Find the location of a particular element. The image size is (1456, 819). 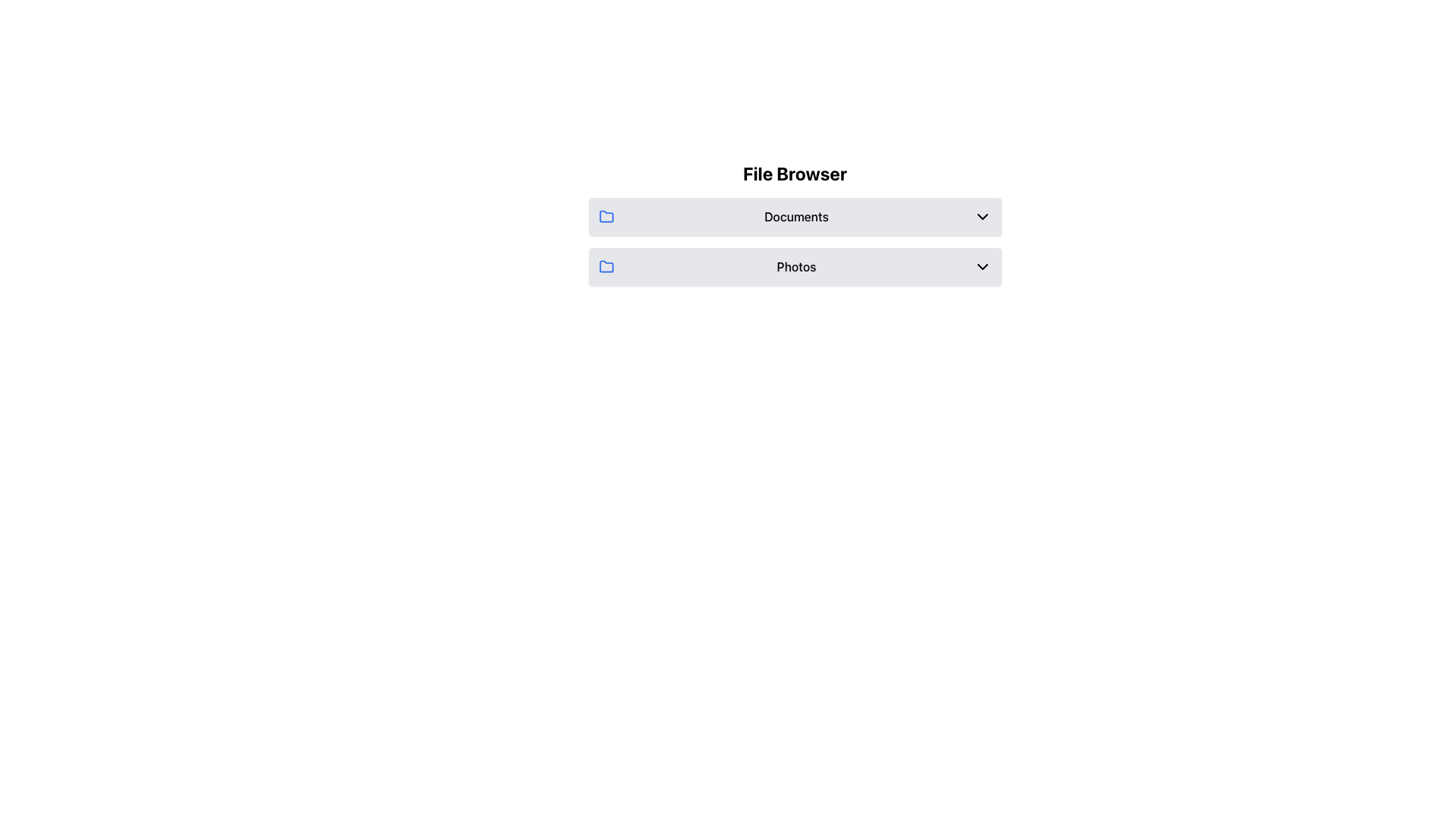

the 'Photos' folder entry in the file browser is located at coordinates (794, 265).